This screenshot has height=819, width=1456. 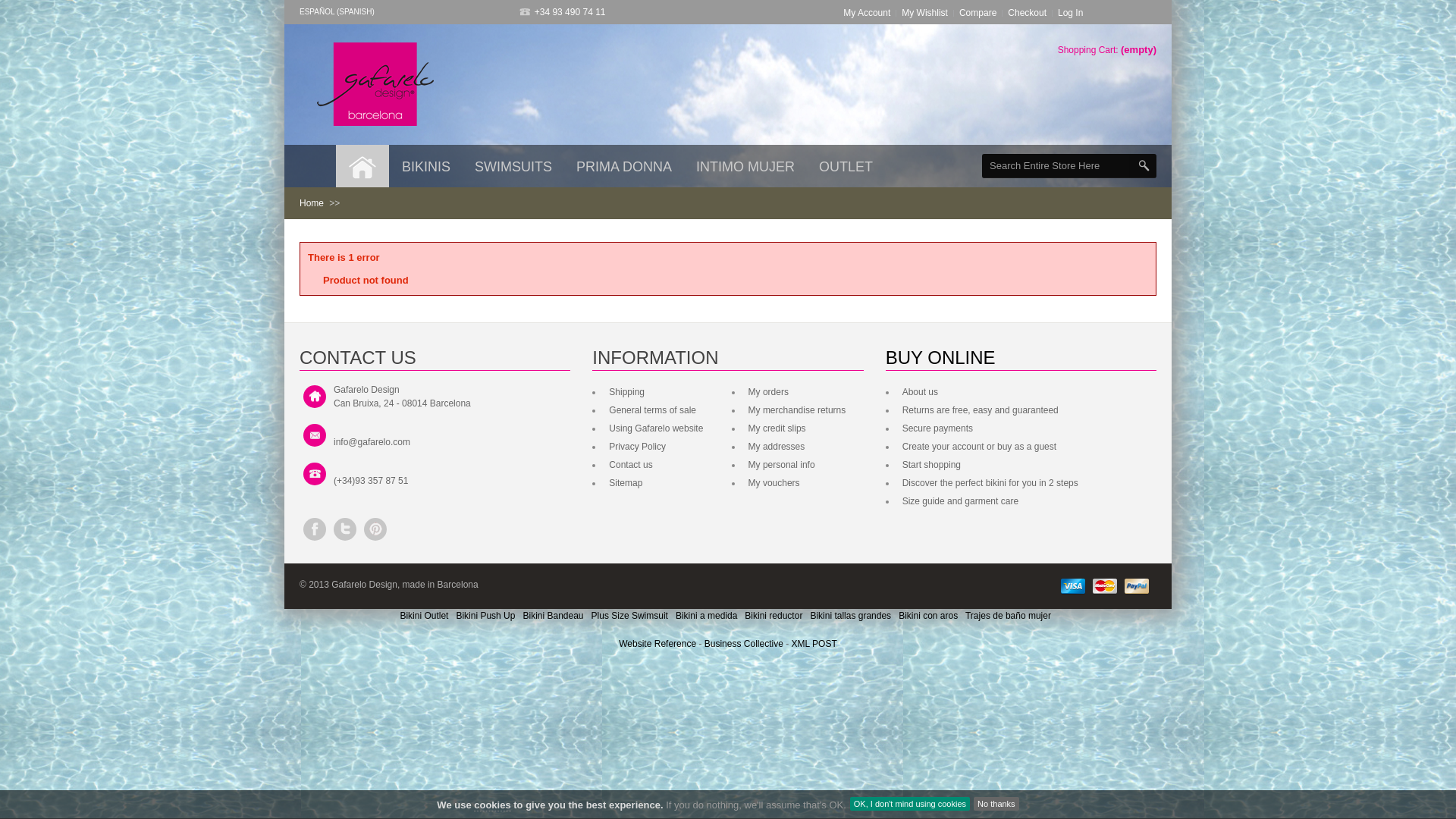 I want to click on 'Home', so click(x=311, y=202).